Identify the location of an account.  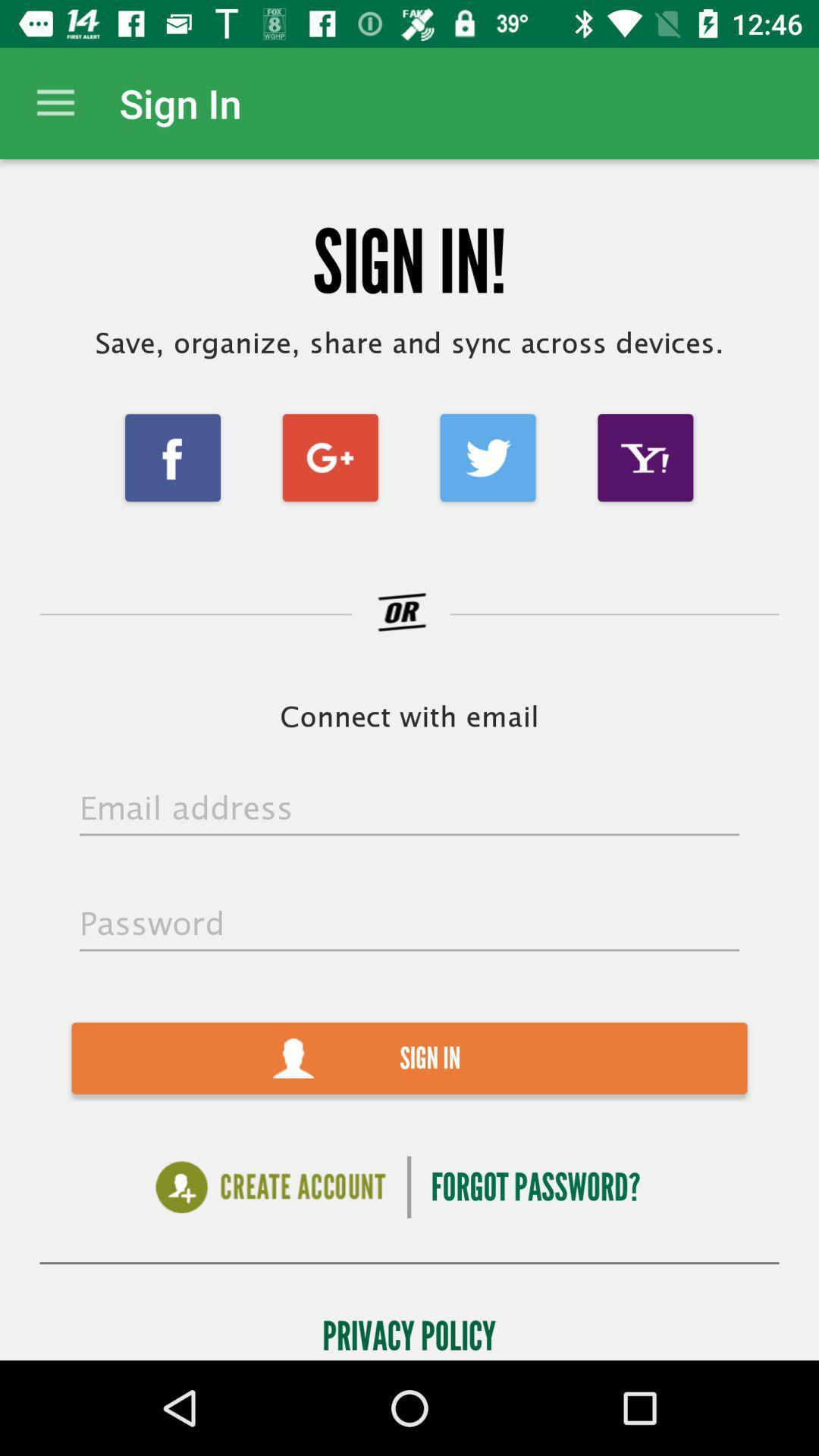
(270, 1186).